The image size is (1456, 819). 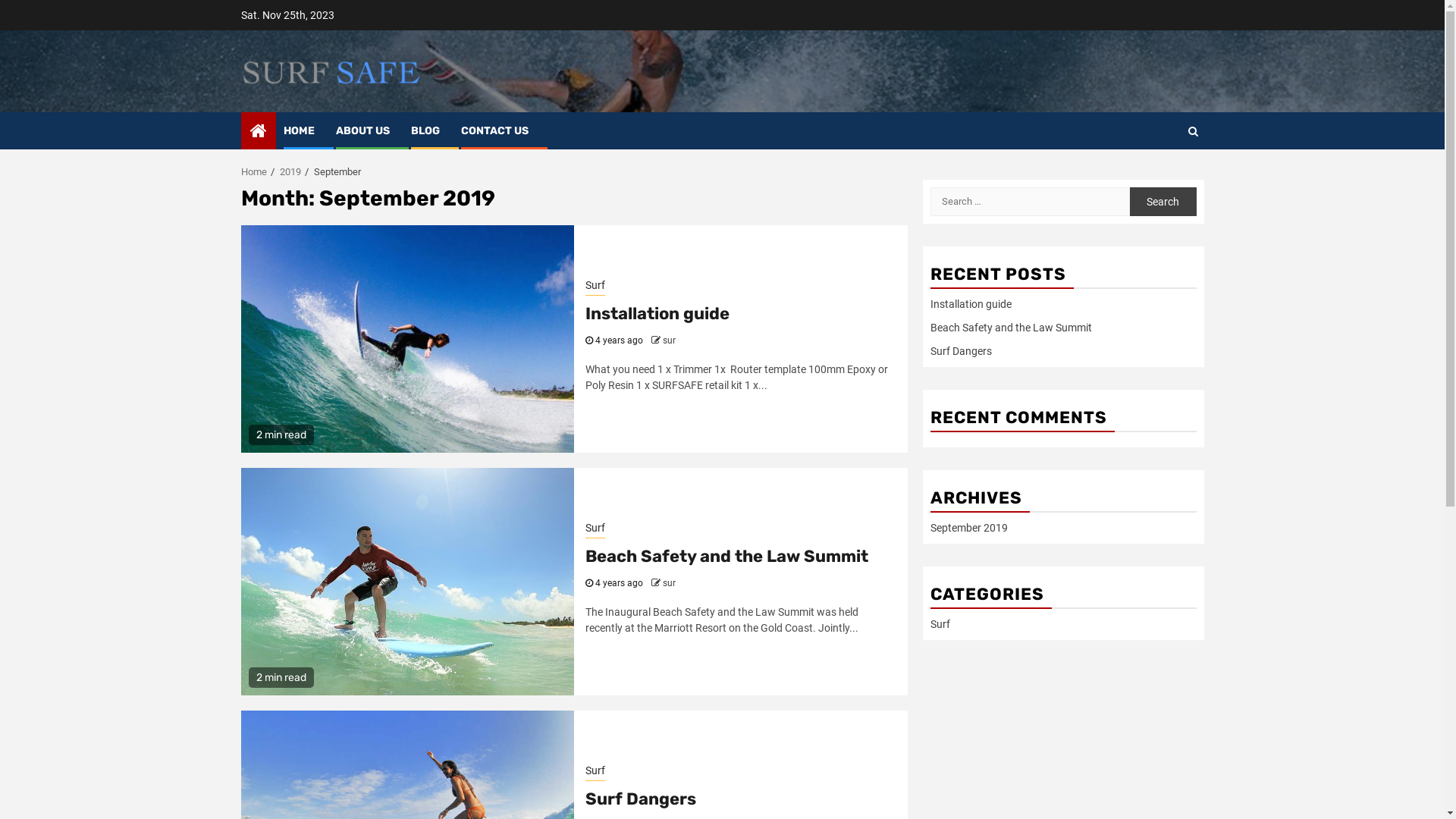 What do you see at coordinates (425, 130) in the screenshot?
I see `'BLOG'` at bounding box center [425, 130].